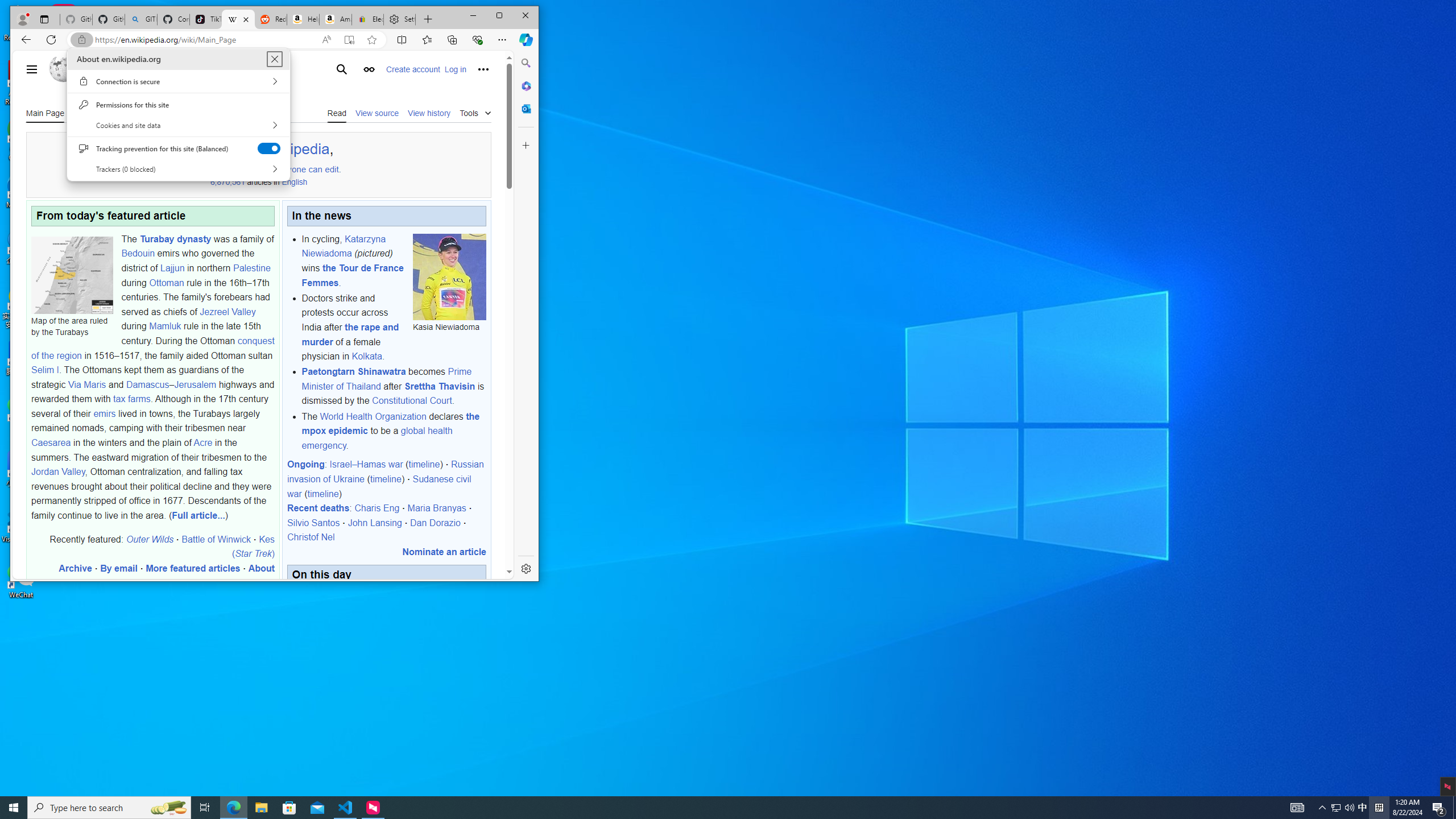  I want to click on 'Maria Branyas', so click(436, 508).